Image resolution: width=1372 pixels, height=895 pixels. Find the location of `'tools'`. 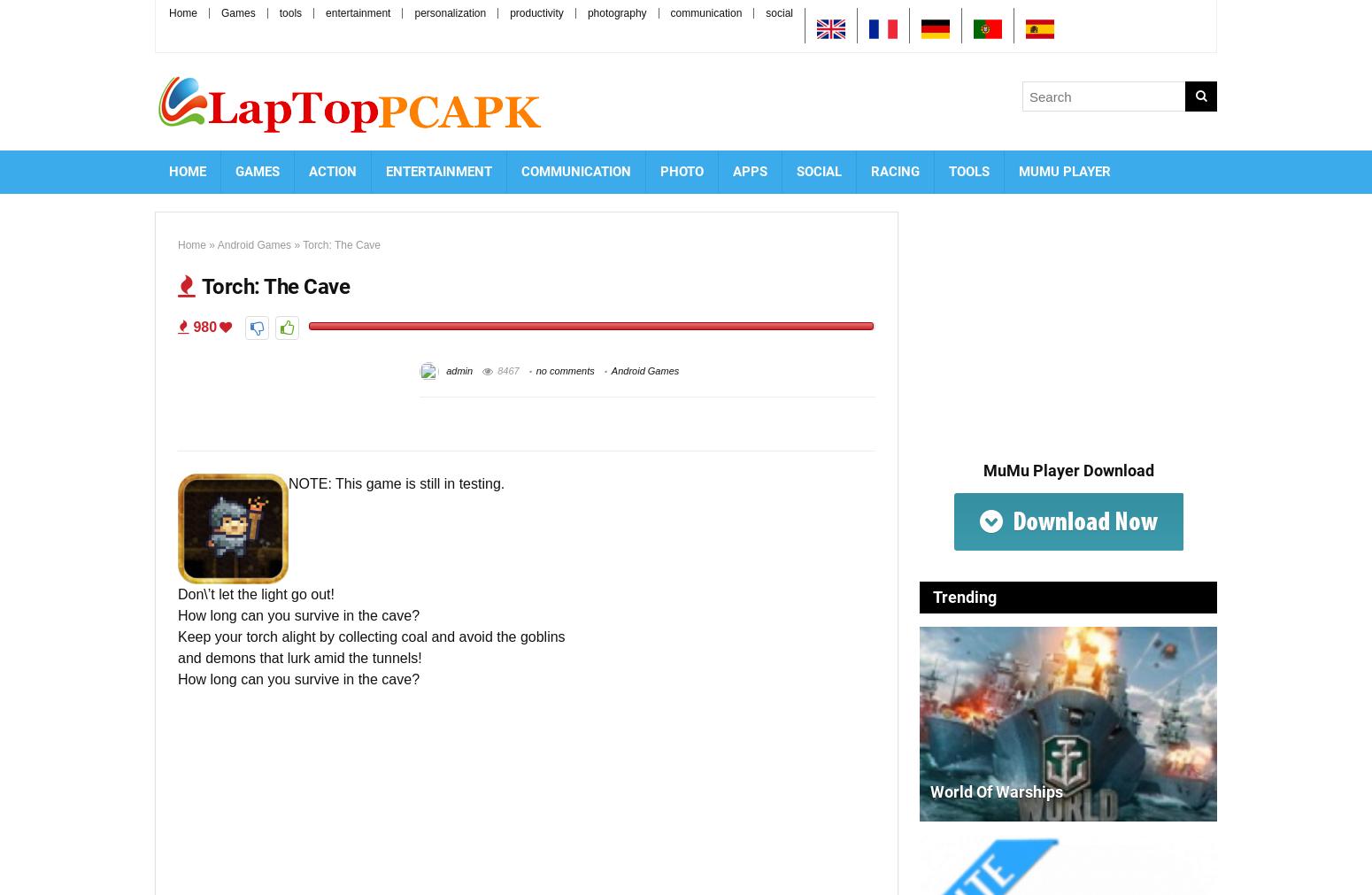

'tools' is located at coordinates (289, 12).